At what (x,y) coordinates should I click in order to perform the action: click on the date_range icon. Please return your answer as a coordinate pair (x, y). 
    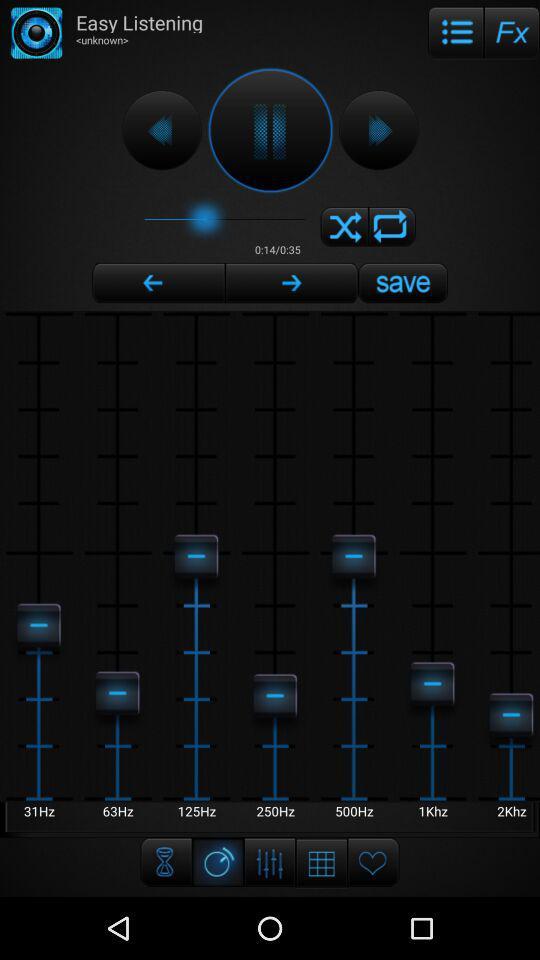
    Looking at the image, I should click on (321, 924).